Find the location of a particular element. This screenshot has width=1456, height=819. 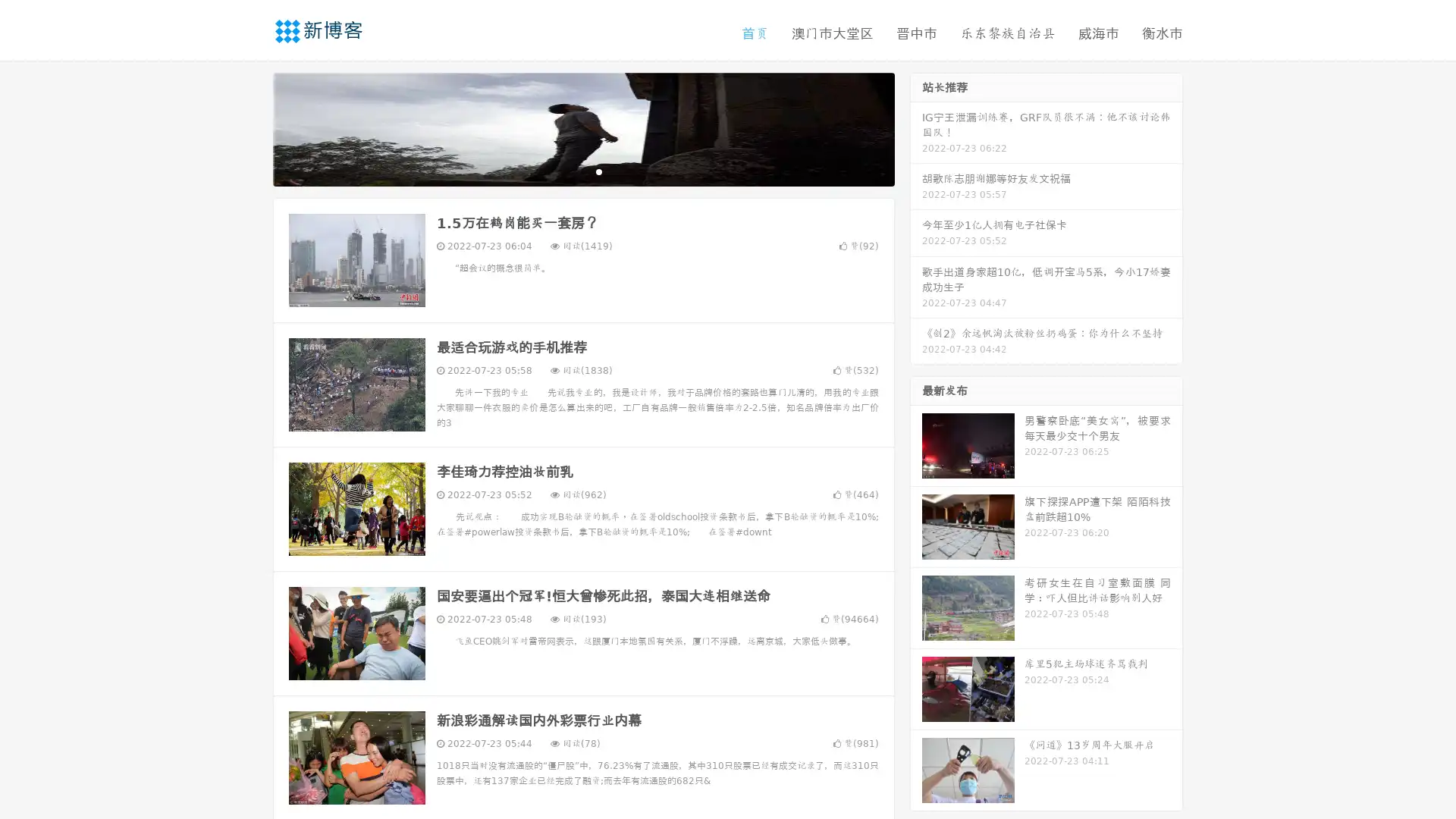

Go to slide 1 is located at coordinates (567, 171).